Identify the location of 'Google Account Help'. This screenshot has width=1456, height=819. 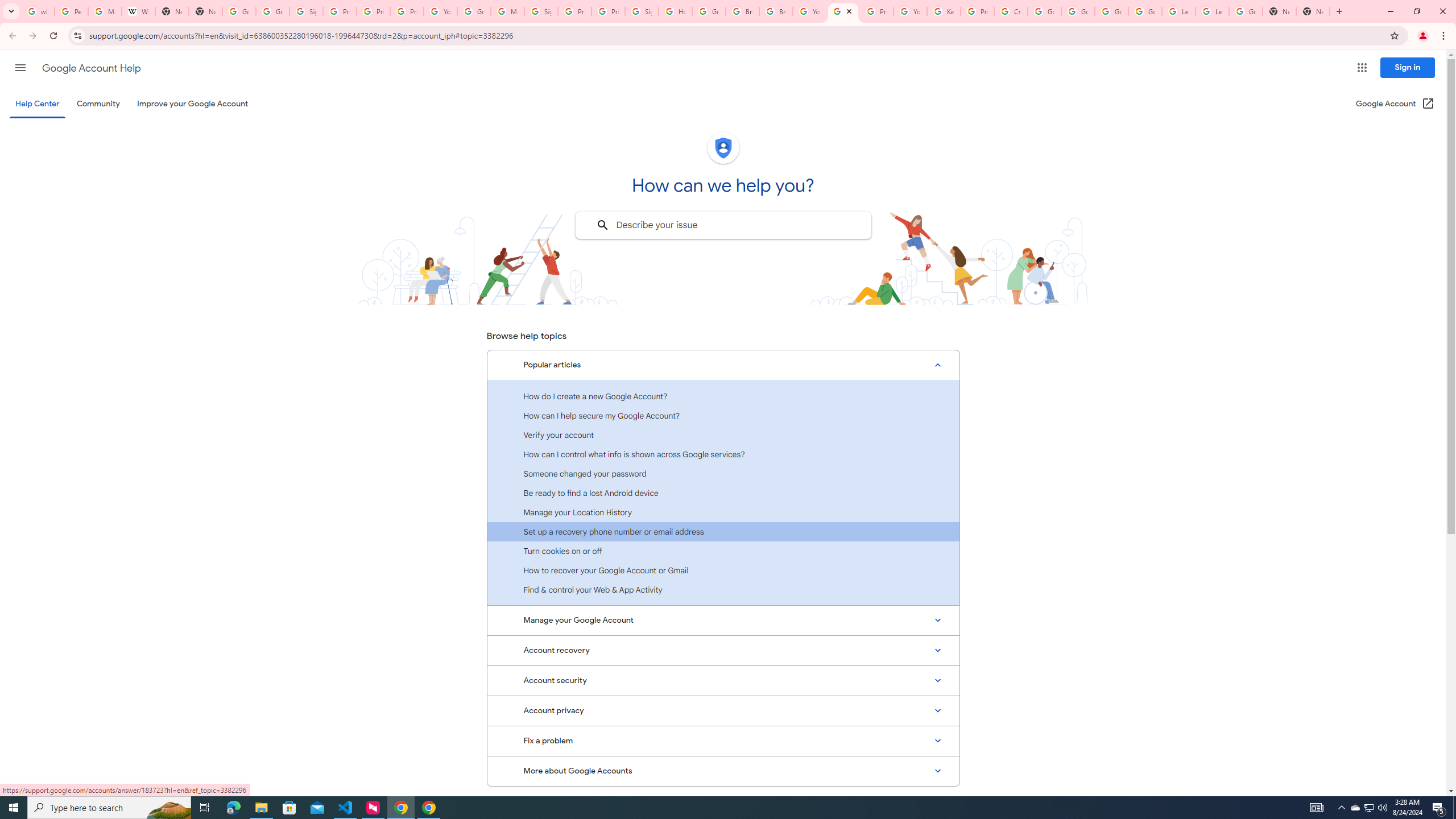
(91, 68).